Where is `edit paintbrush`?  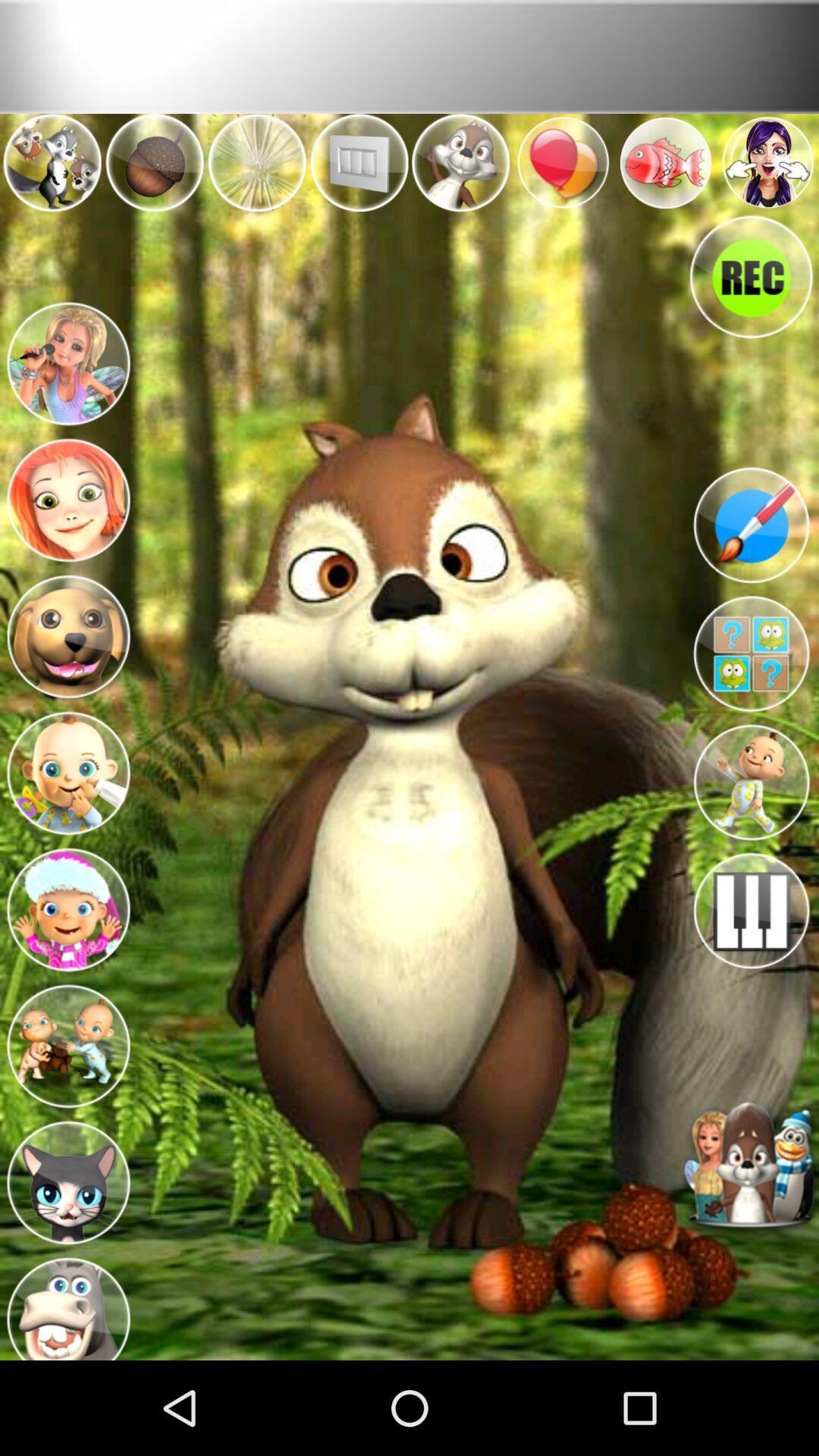 edit paintbrush is located at coordinates (751, 525).